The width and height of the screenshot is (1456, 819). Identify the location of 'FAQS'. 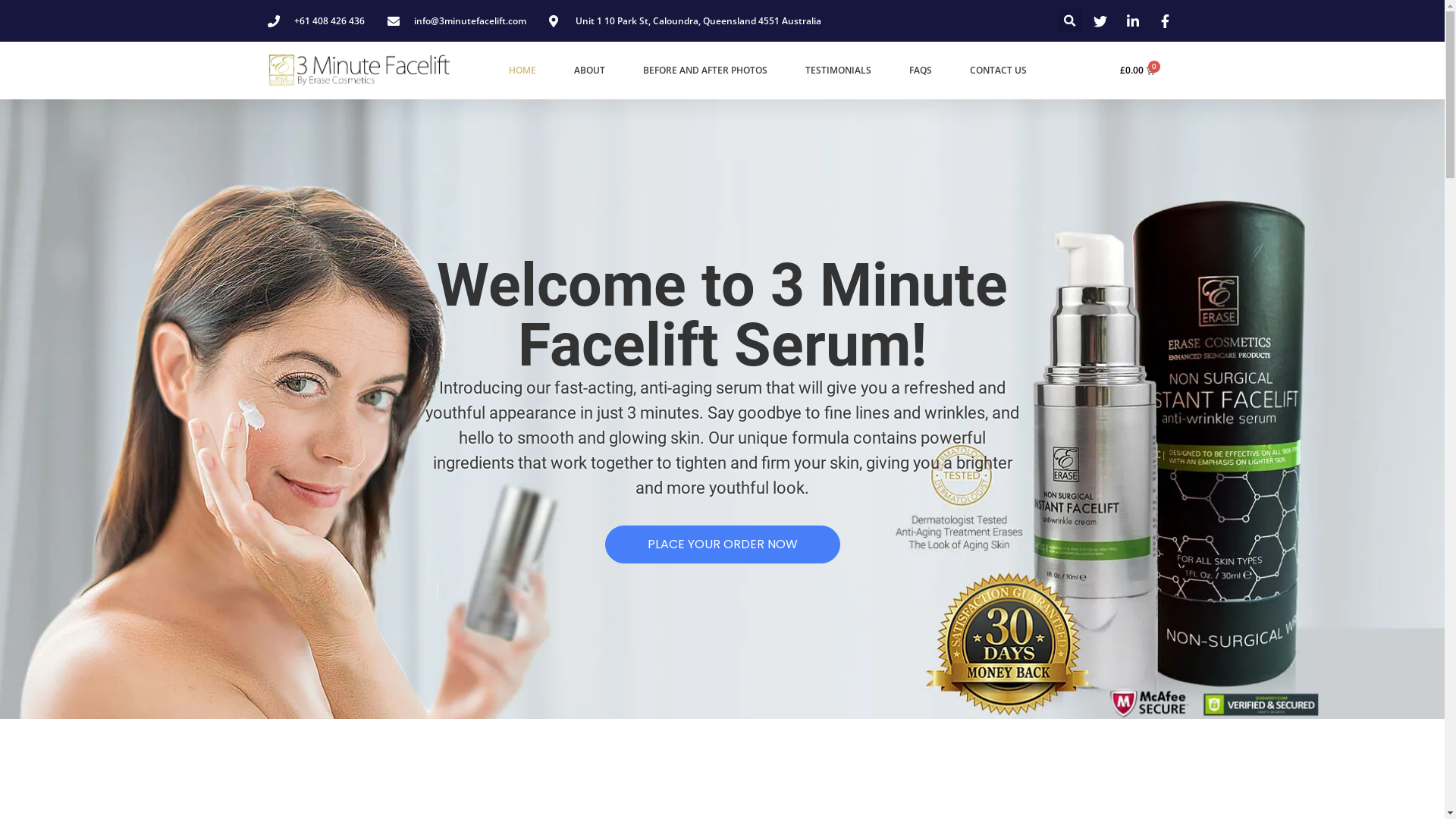
(920, 70).